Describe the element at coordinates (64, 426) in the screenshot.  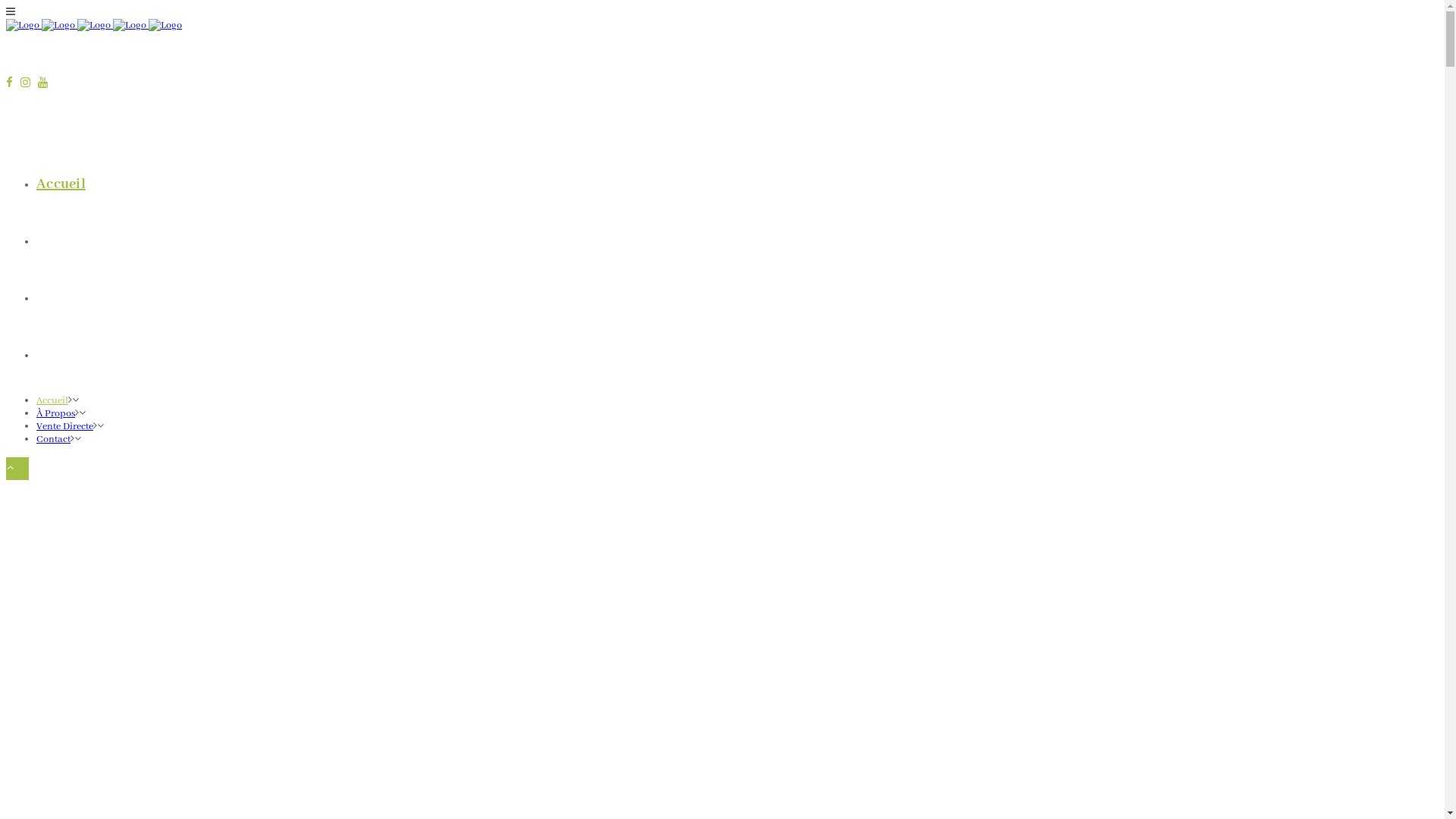
I see `'Vente Directe'` at that location.